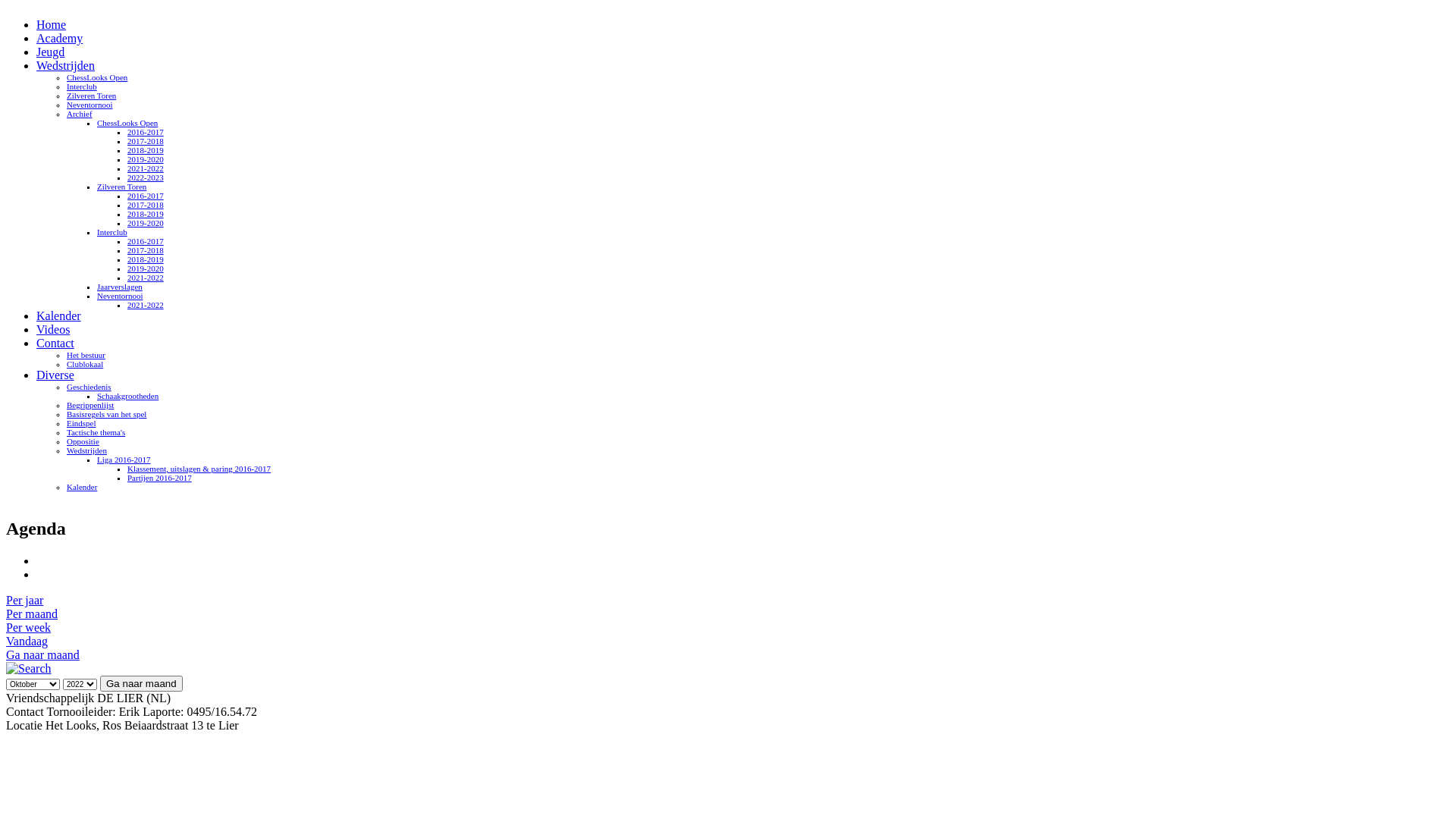 The width and height of the screenshot is (1456, 819). I want to click on 'Kalender', so click(58, 315).